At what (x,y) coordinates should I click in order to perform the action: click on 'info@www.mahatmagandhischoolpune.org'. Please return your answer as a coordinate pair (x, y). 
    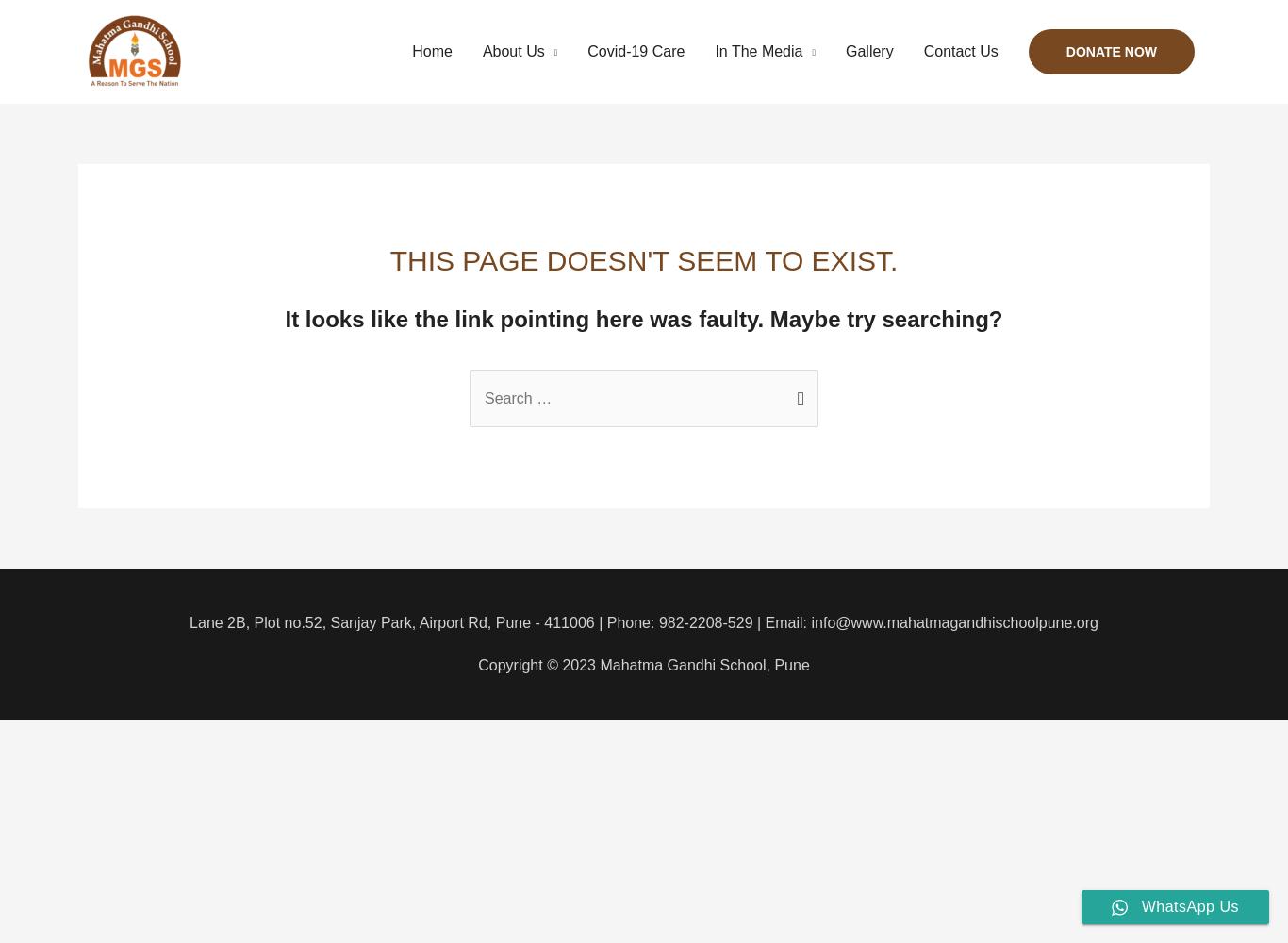
    Looking at the image, I should click on (953, 621).